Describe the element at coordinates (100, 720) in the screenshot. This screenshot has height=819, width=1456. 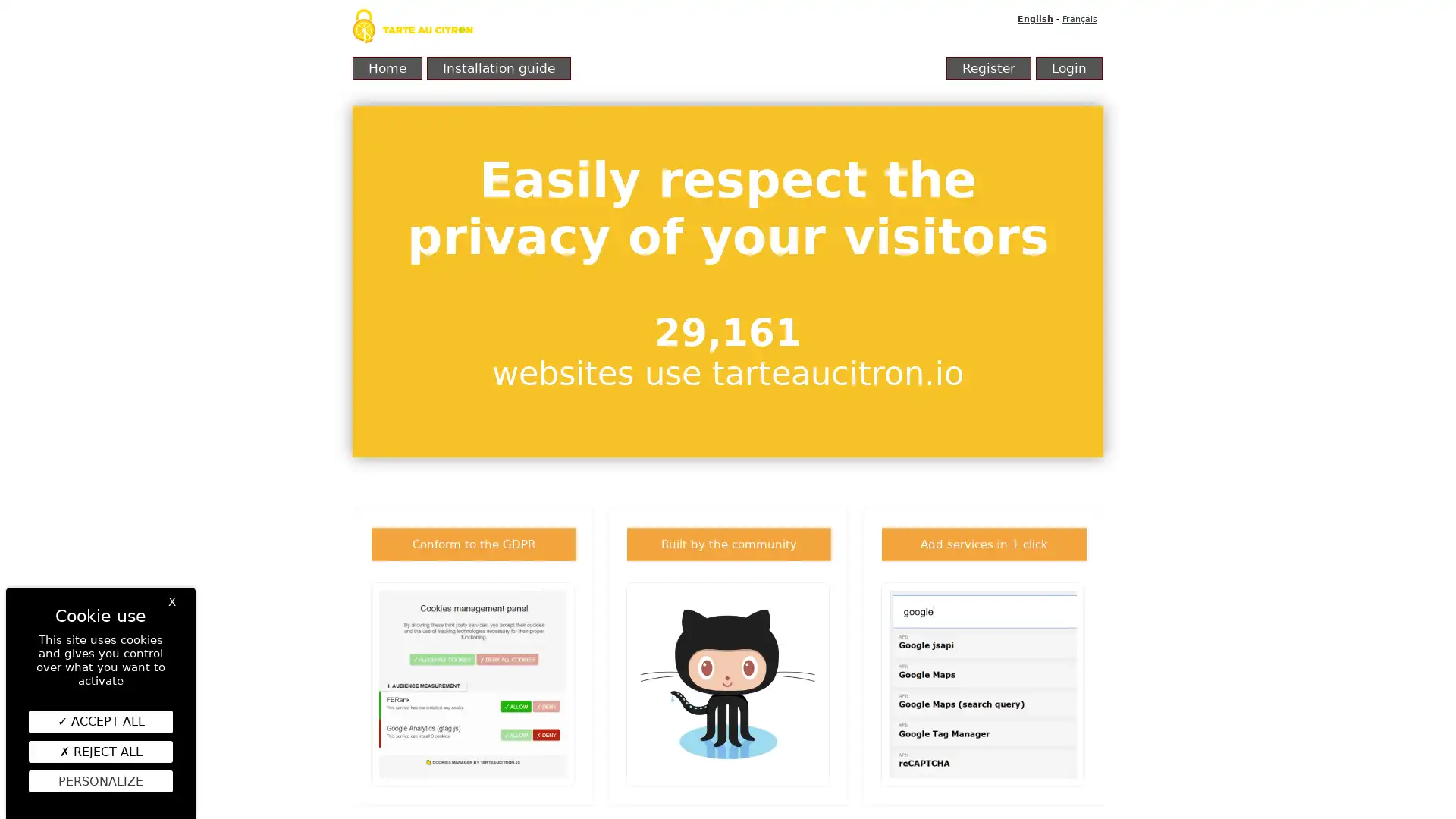
I see `ACCEPT ALL` at that location.